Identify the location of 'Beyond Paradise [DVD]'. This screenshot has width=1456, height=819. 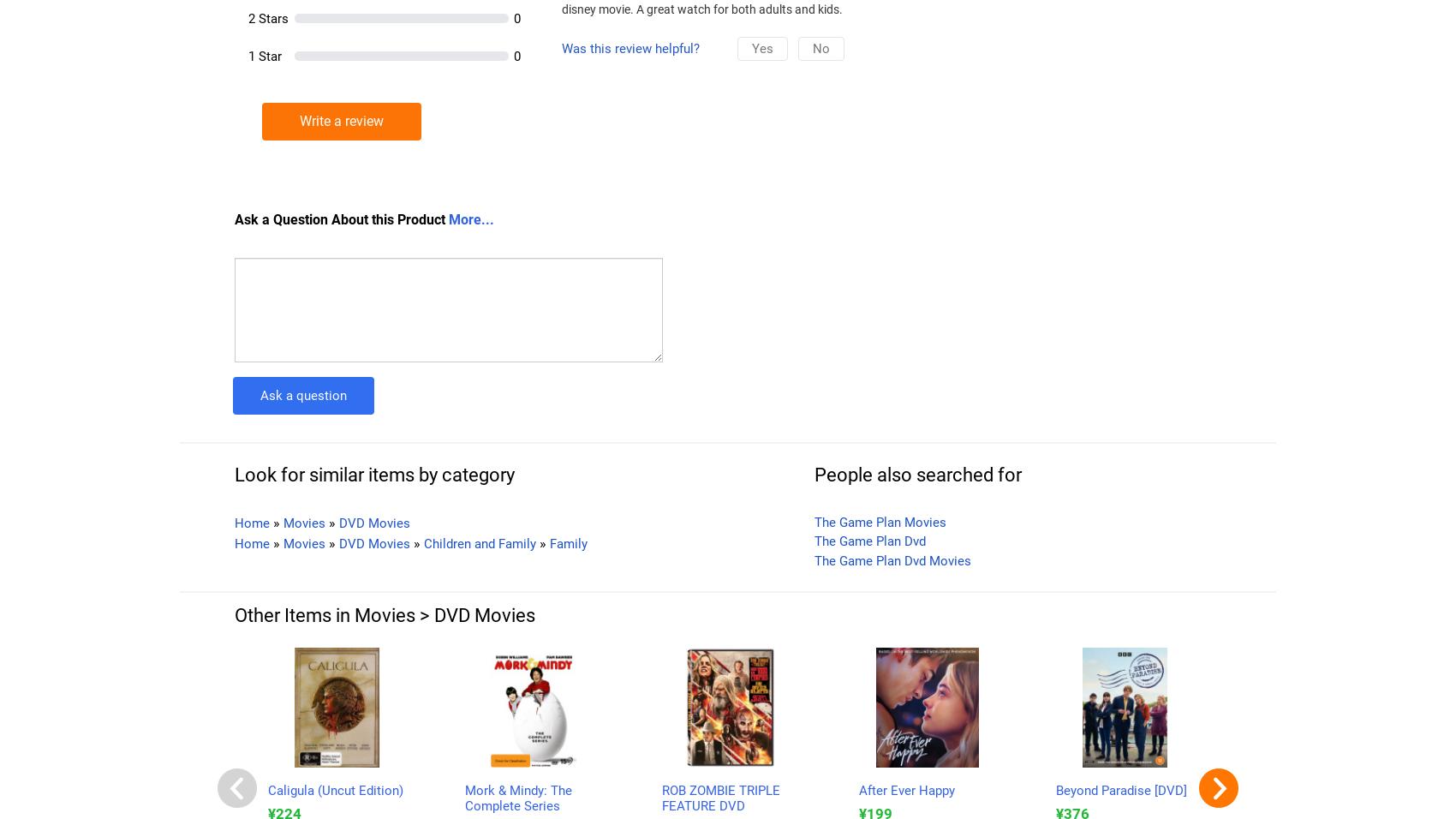
(1121, 791).